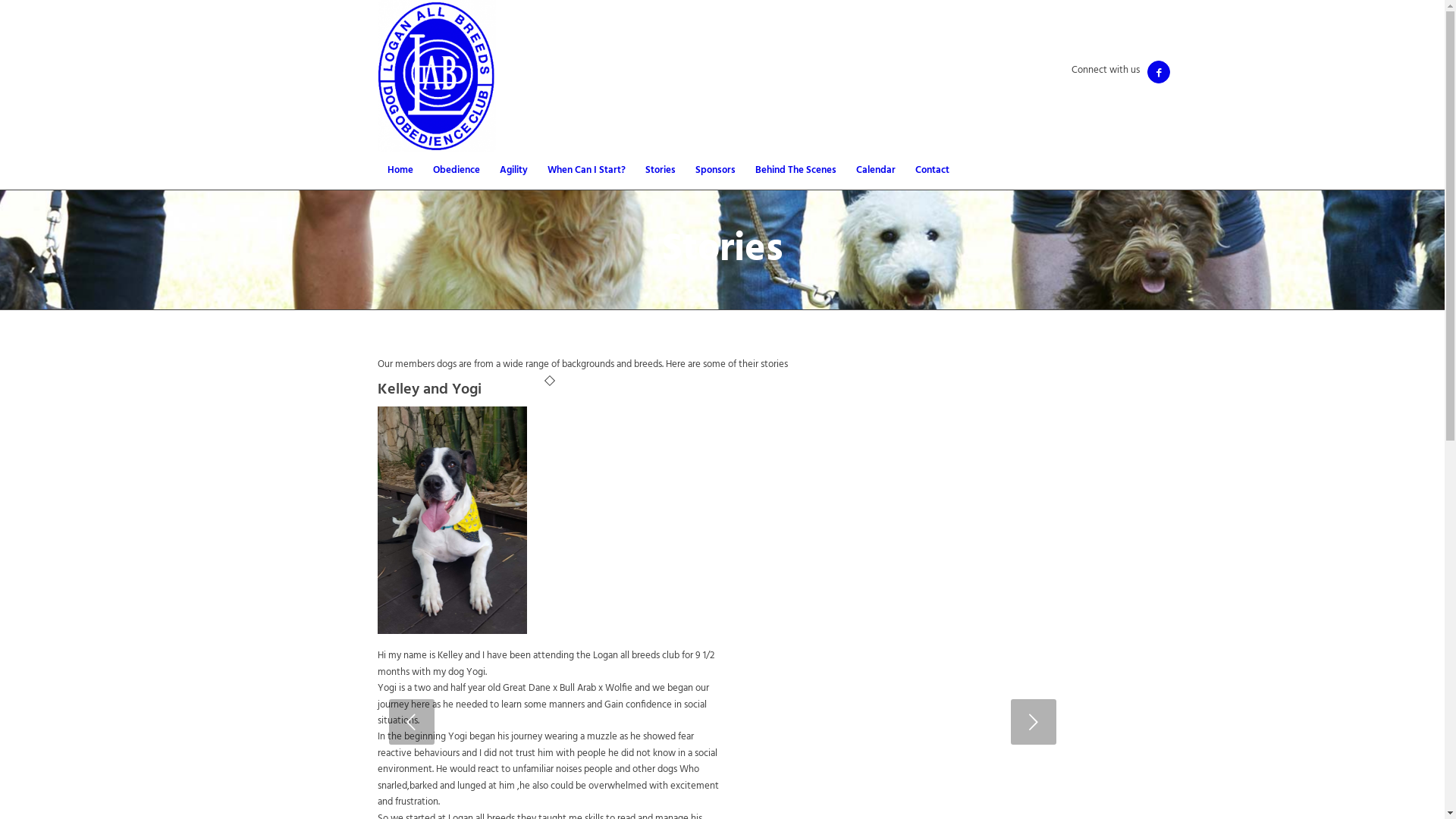 The width and height of the screenshot is (1456, 819). What do you see at coordinates (846, 170) in the screenshot?
I see `'Calendar'` at bounding box center [846, 170].